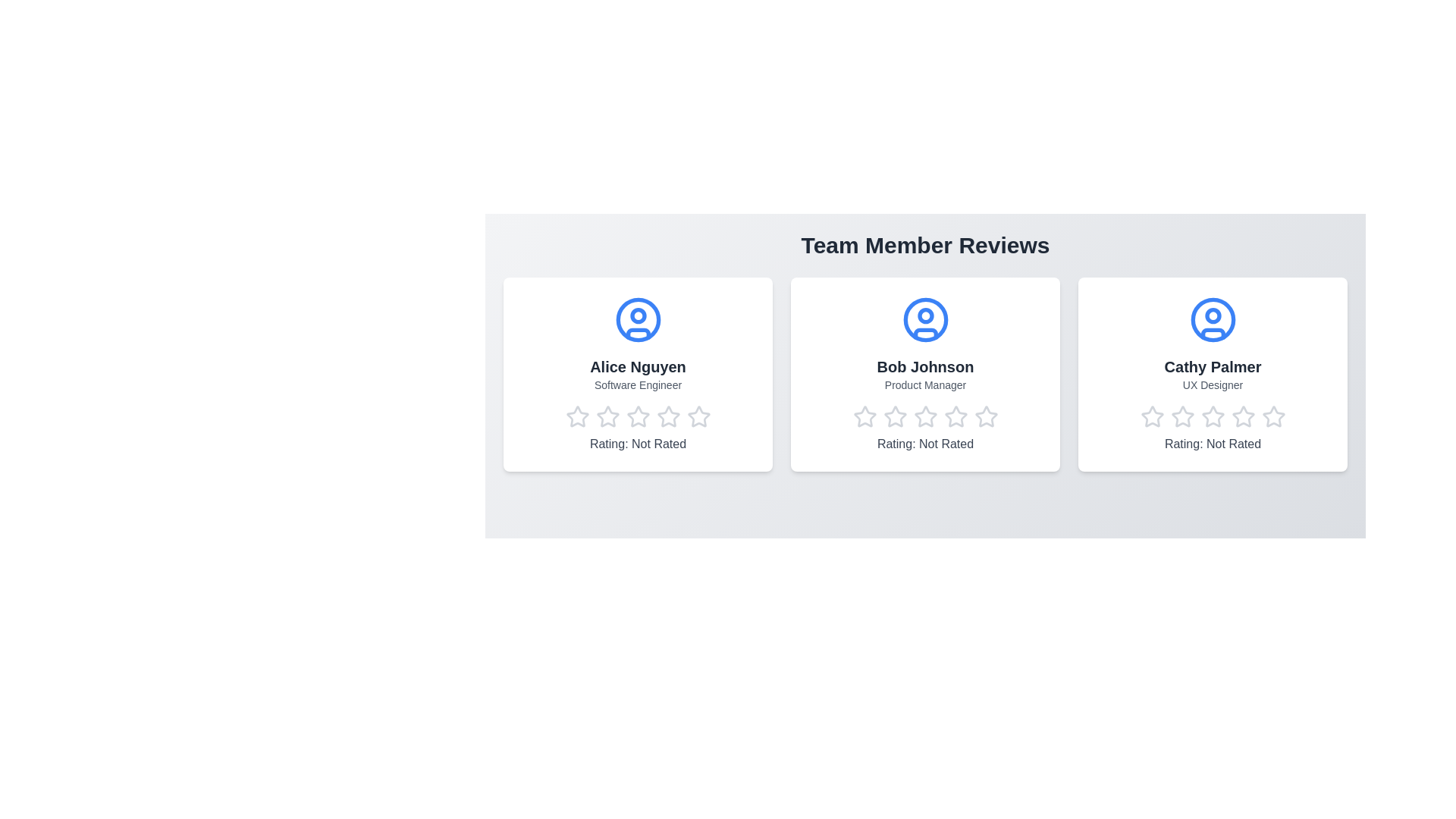 This screenshot has height=819, width=1456. I want to click on the card of the team member Alice Nguyen to view their details, so click(638, 374).